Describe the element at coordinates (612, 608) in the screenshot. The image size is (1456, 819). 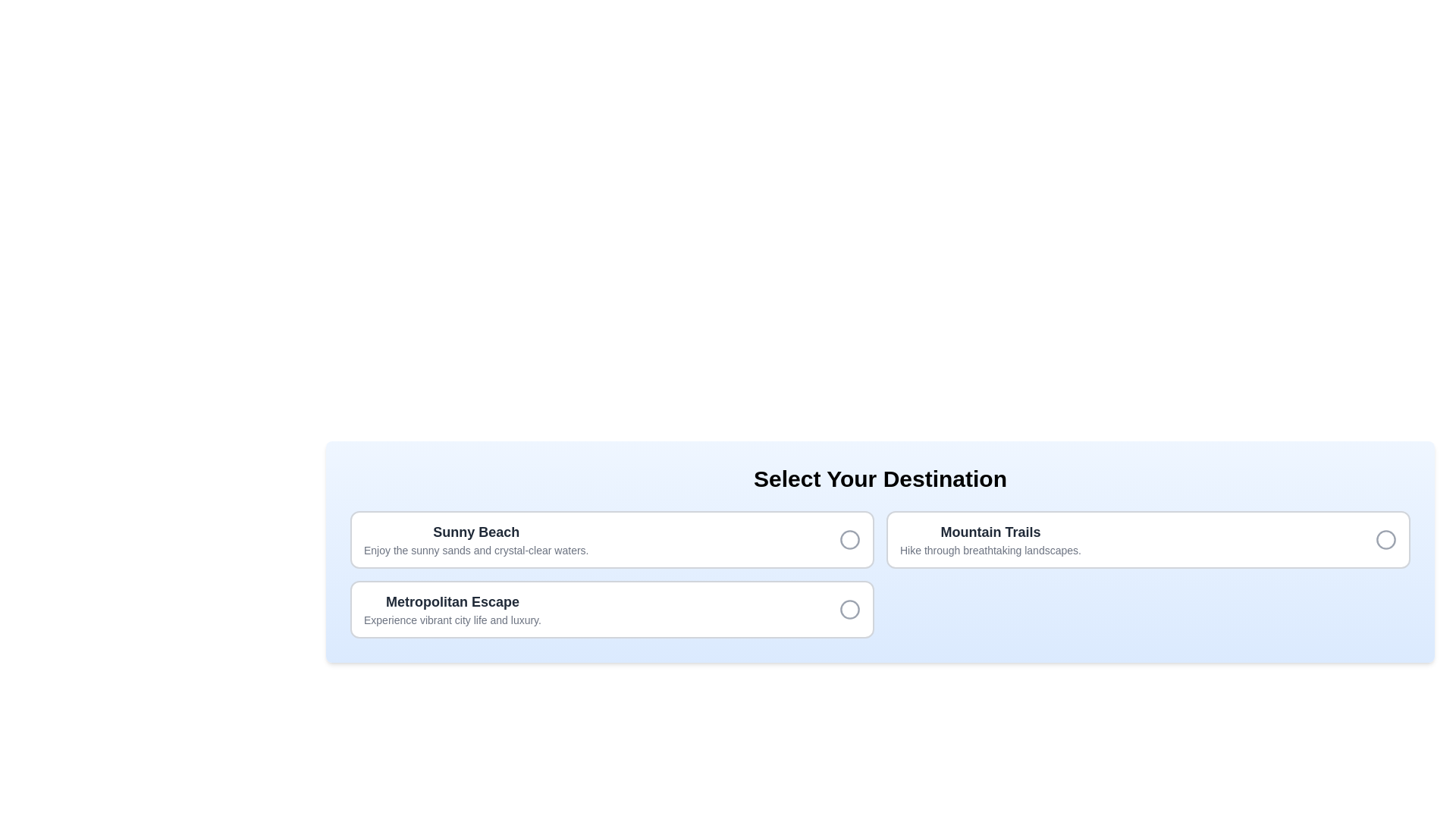
I see `the 'Metropolitan Escape' selection box to trigger visual feedback` at that location.